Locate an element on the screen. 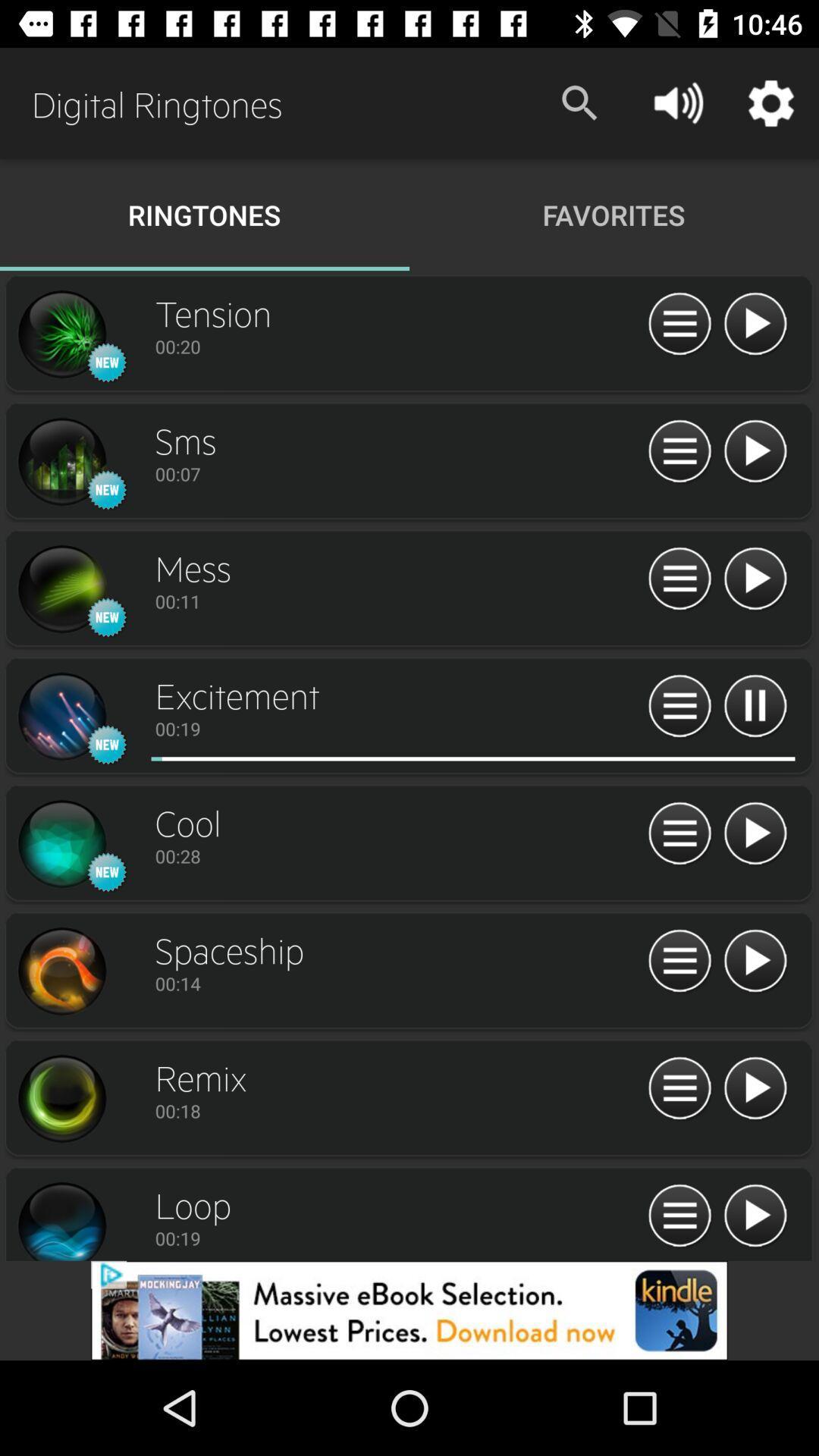 This screenshot has width=819, height=1456. setting is located at coordinates (61, 334).